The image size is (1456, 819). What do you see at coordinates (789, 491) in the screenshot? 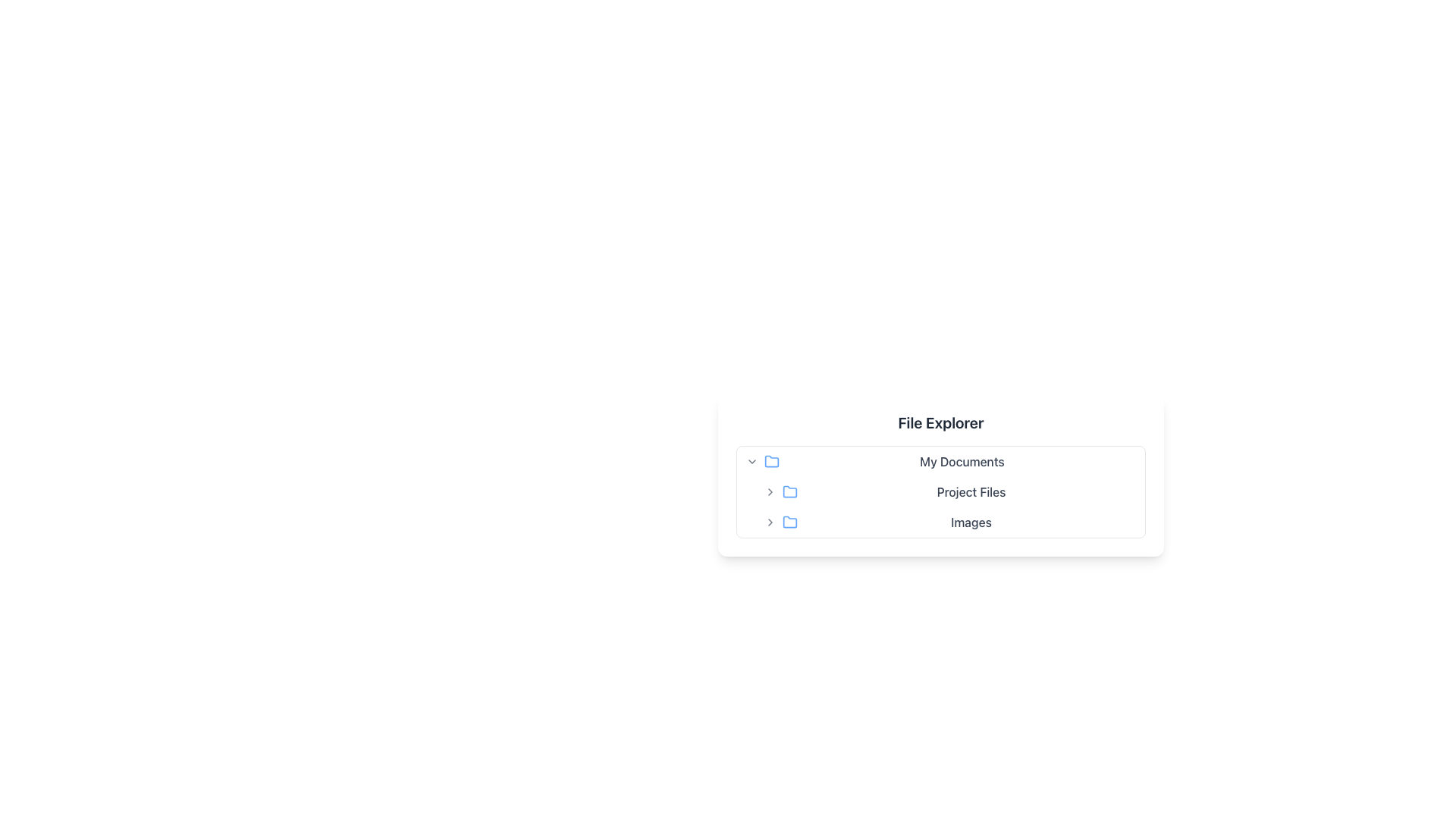
I see `the folder icon with a blue outline next to the text 'Project Files' in the file explorer interface` at bounding box center [789, 491].